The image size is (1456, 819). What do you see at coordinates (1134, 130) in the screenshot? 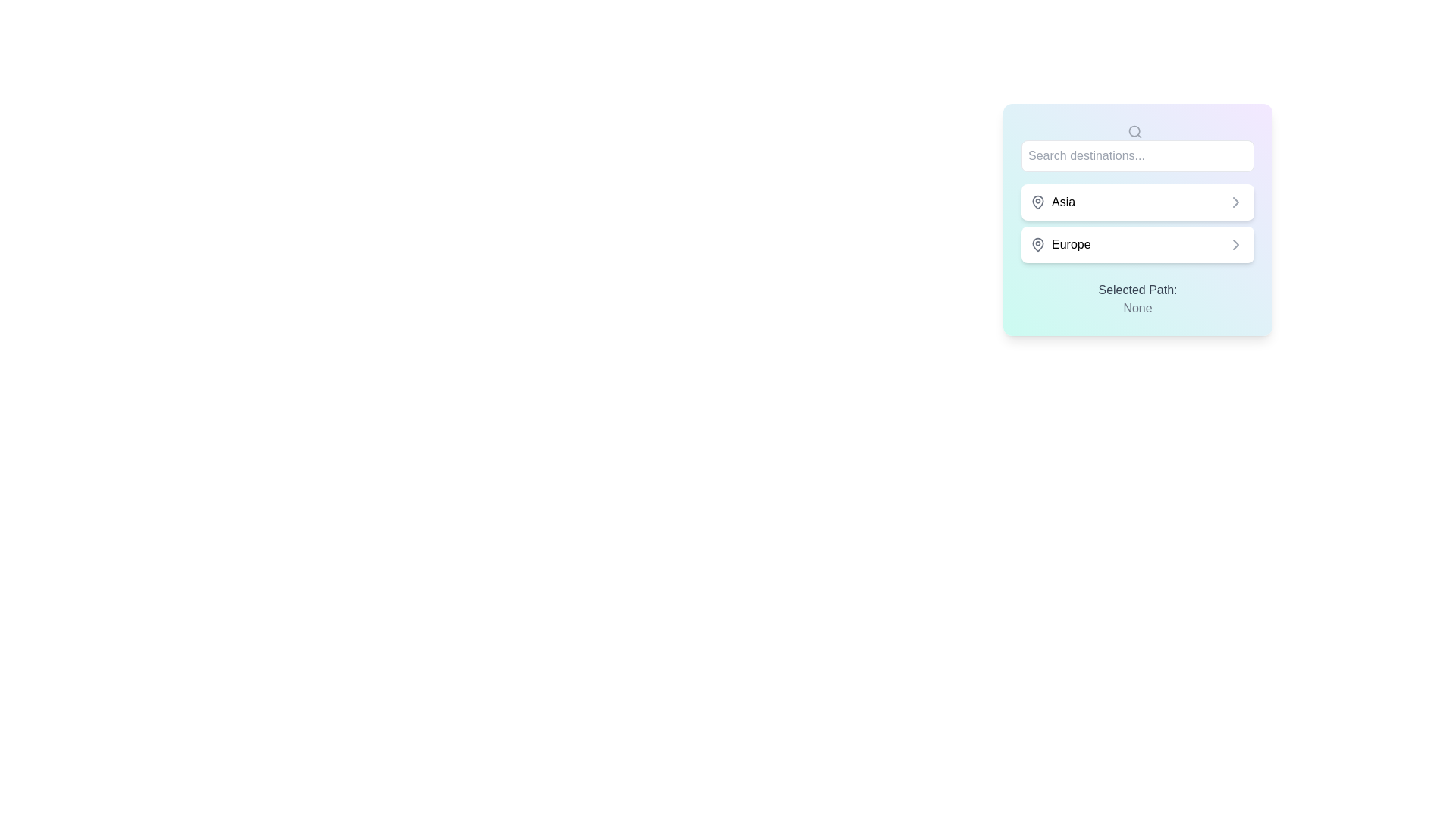
I see `the circular magnifying glass icon, which is outlined in gray and positioned above the search input field` at bounding box center [1134, 130].